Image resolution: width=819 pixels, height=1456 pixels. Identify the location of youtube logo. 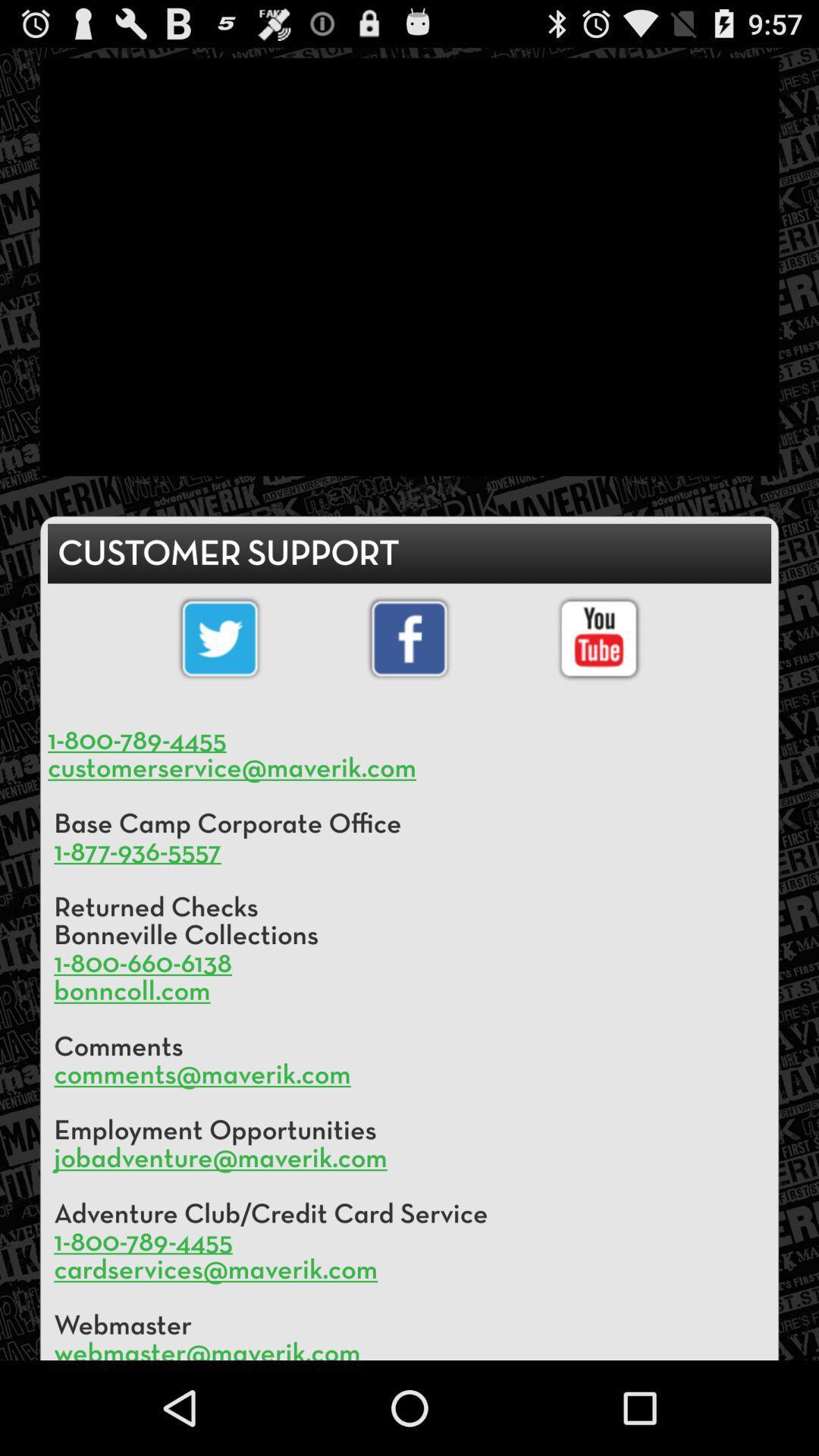
(598, 639).